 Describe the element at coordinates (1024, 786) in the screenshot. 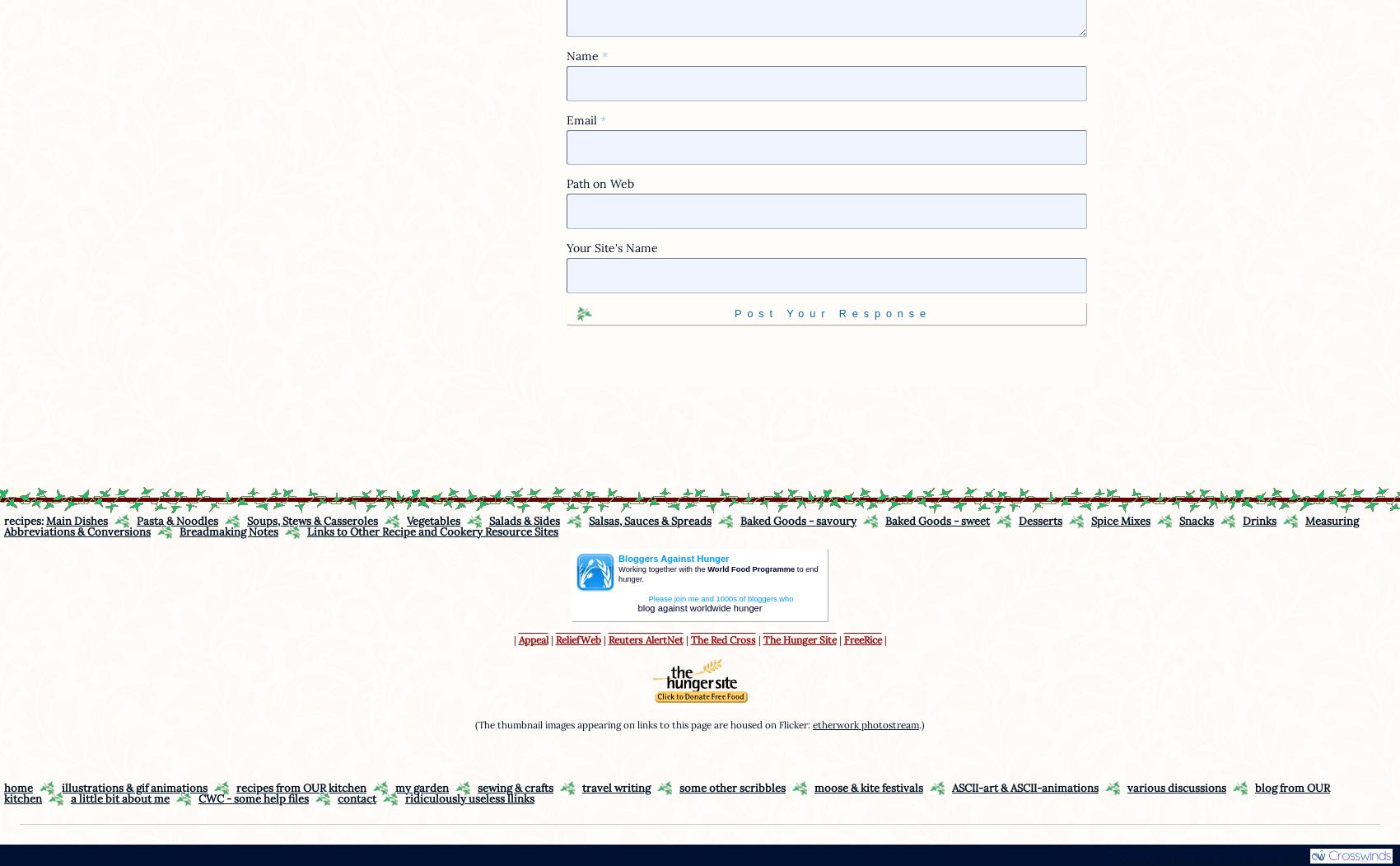

I see `'ASCII-art & ASCII-animations'` at that location.